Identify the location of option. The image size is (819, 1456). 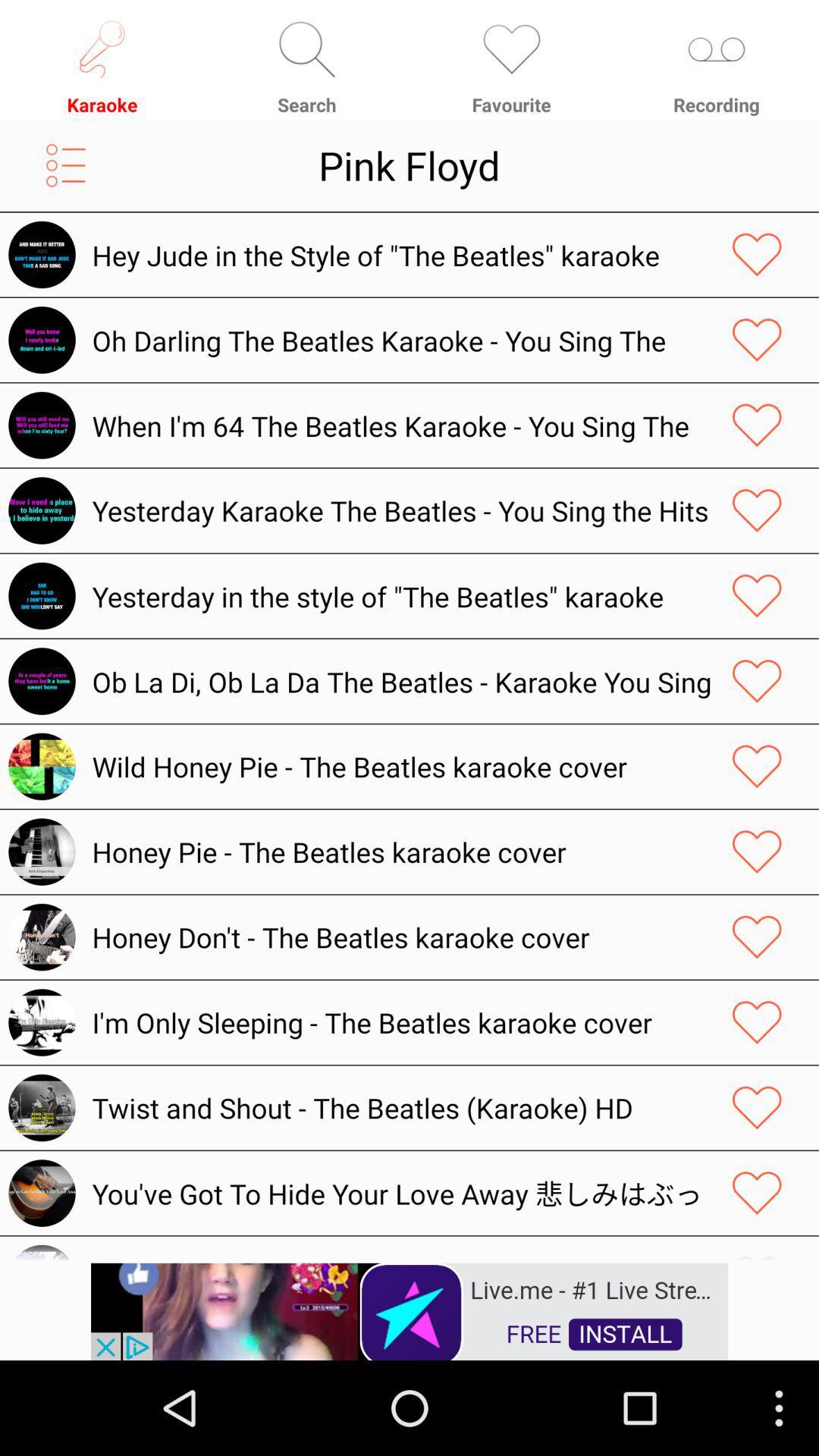
(757, 680).